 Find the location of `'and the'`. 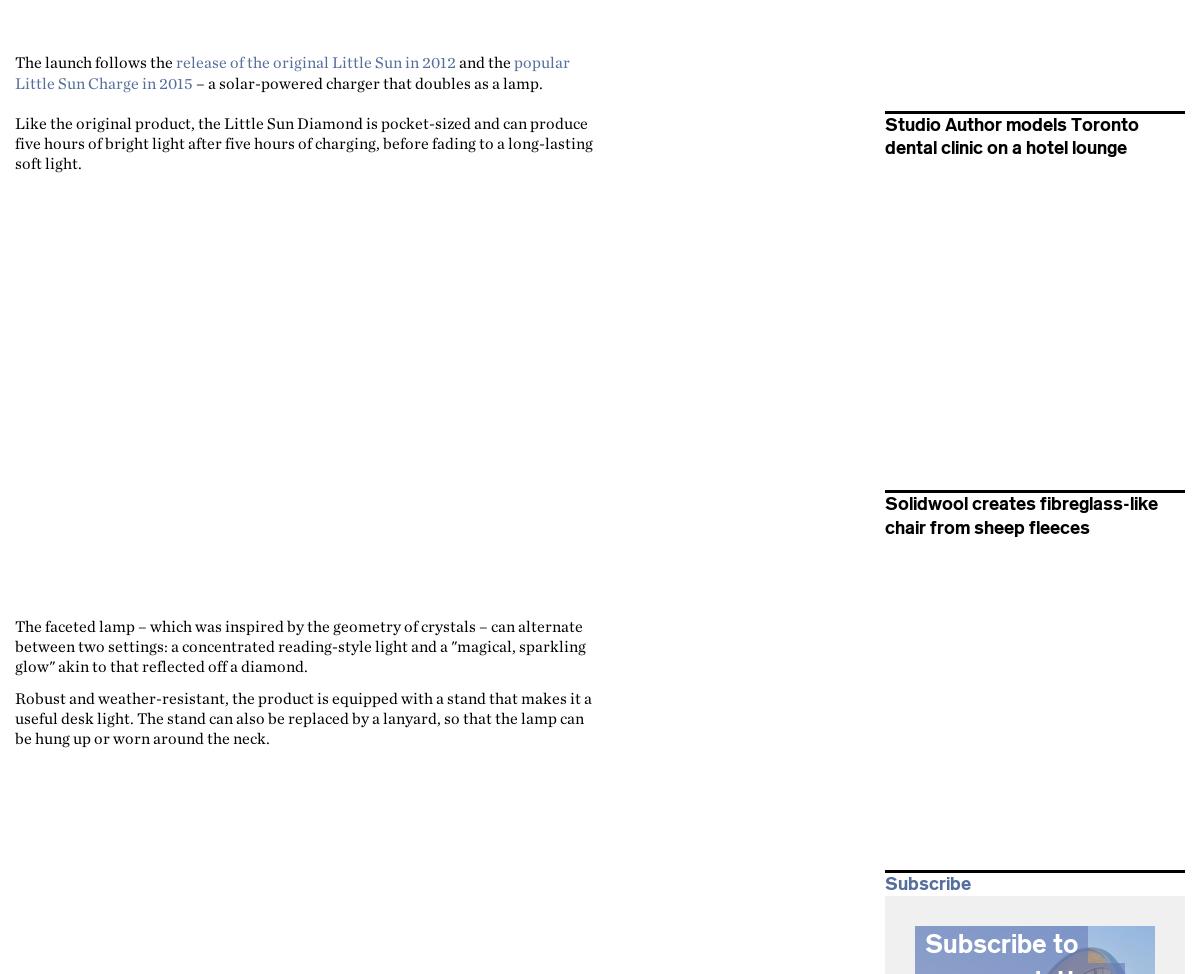

'and the' is located at coordinates (455, 62).